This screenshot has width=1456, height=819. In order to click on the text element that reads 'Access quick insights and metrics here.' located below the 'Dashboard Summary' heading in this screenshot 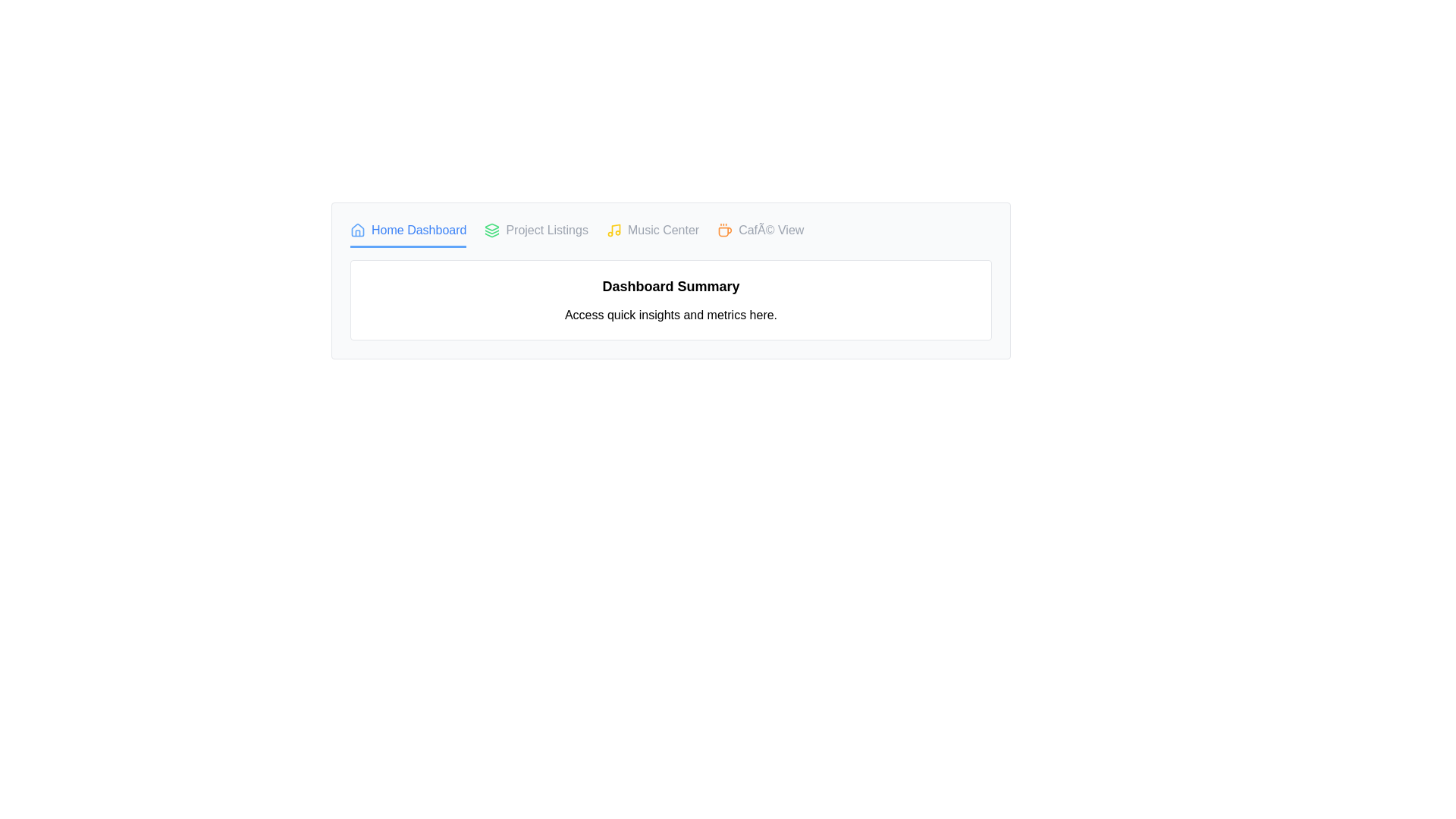, I will do `click(670, 315)`.